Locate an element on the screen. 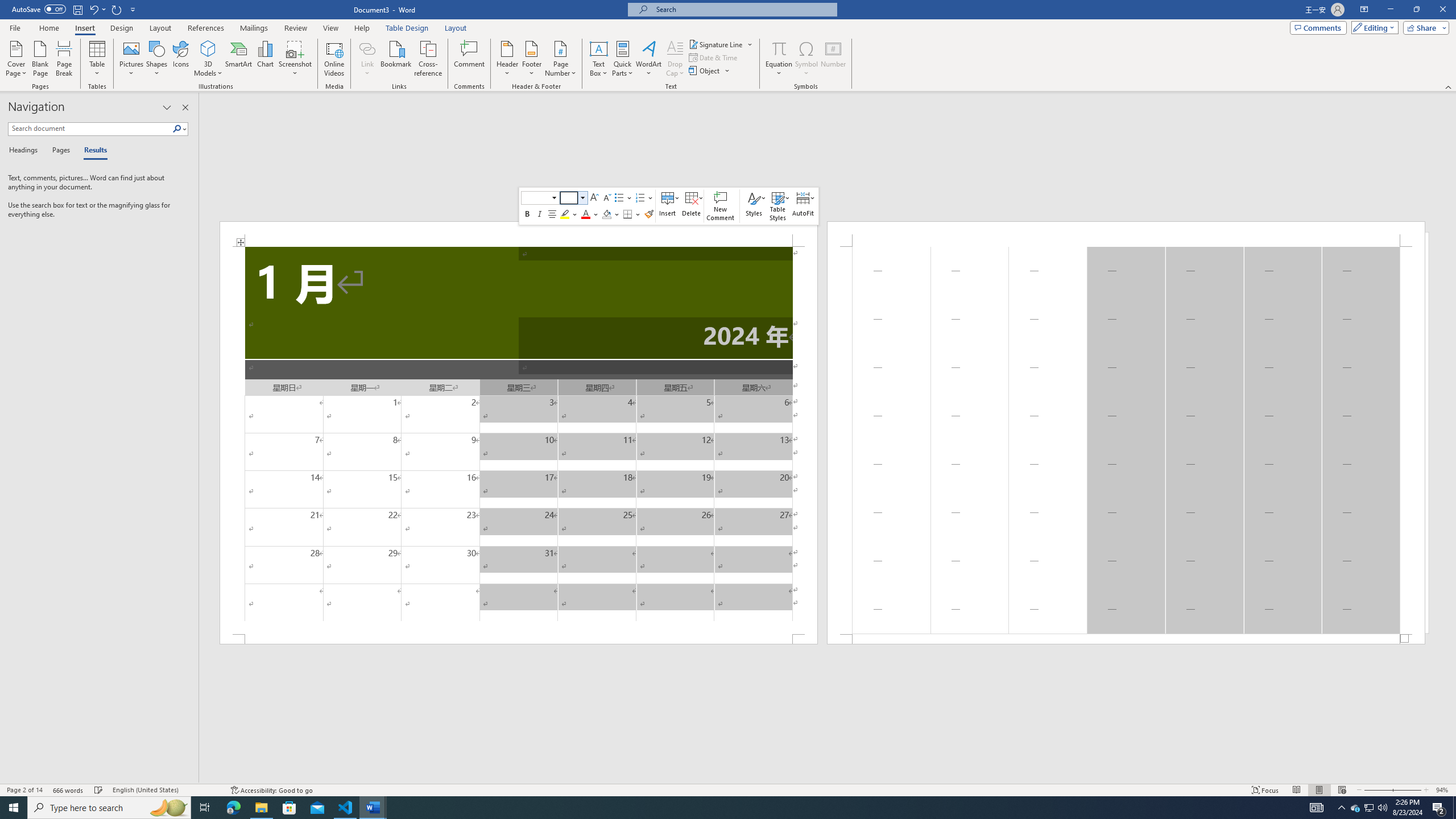  'Start' is located at coordinates (14, 806).